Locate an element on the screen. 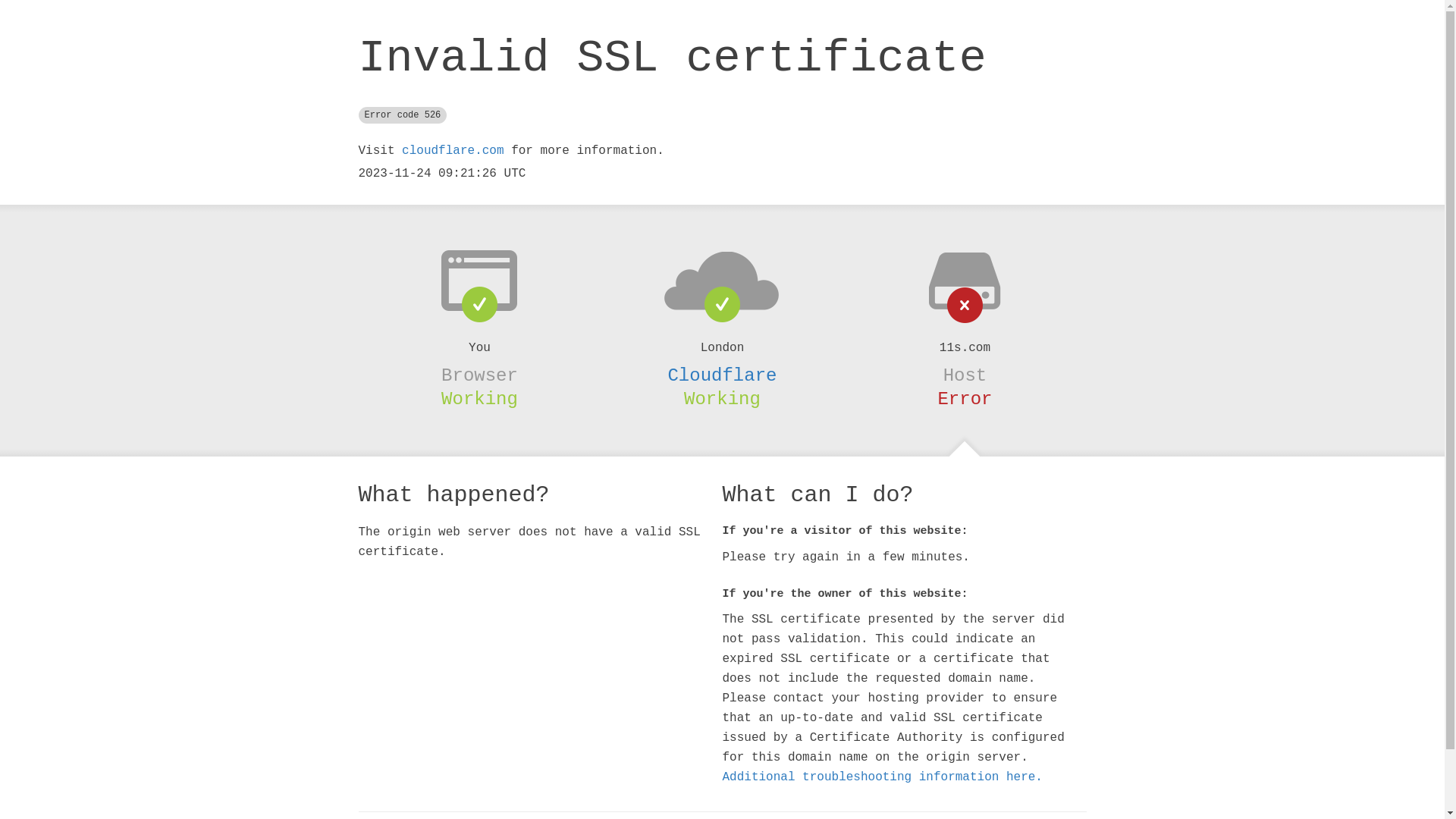 This screenshot has width=1456, height=819. 'Cloudflare' is located at coordinates (667, 375).